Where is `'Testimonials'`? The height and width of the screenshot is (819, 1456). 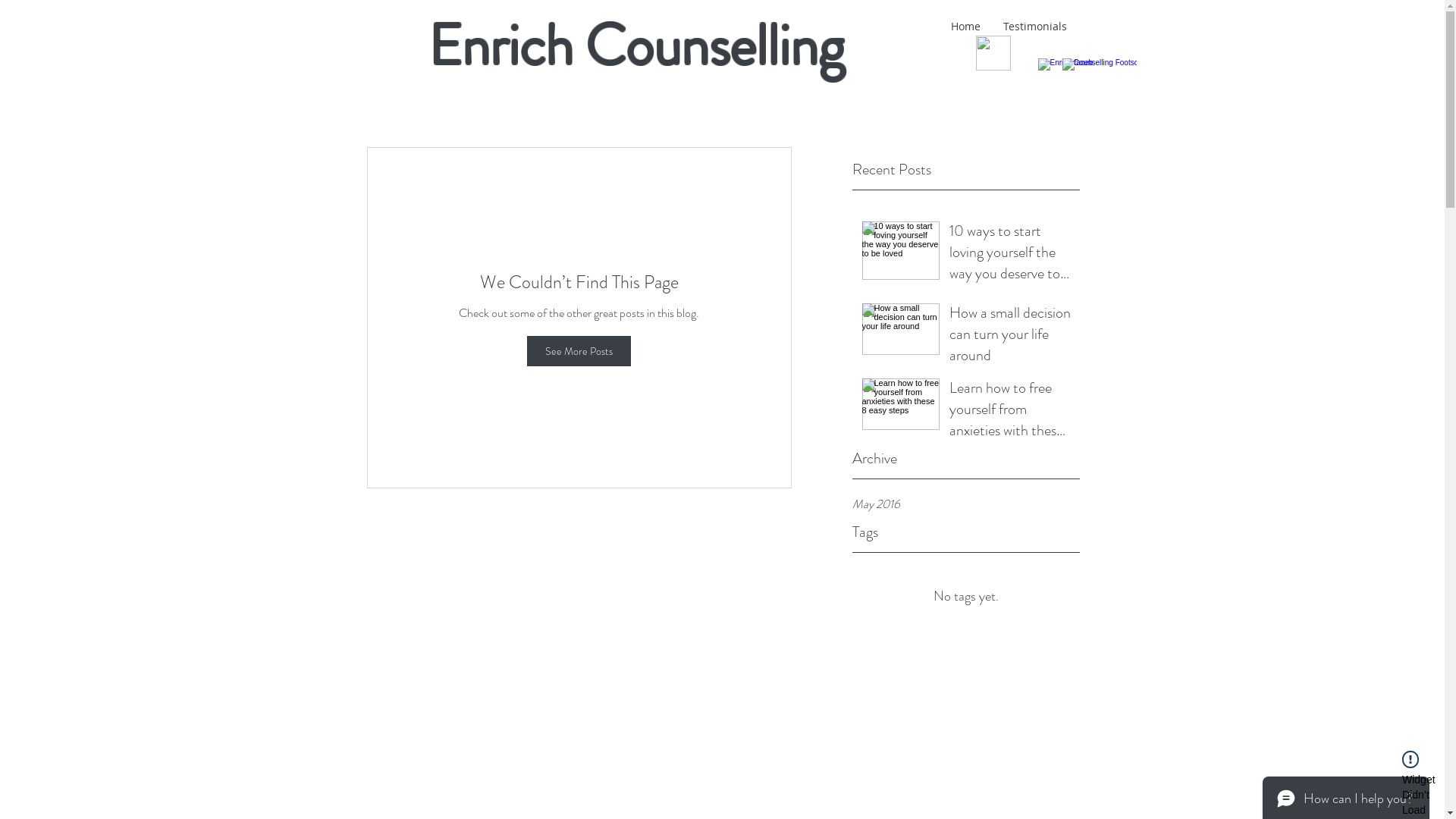
'Testimonials' is located at coordinates (1034, 26).